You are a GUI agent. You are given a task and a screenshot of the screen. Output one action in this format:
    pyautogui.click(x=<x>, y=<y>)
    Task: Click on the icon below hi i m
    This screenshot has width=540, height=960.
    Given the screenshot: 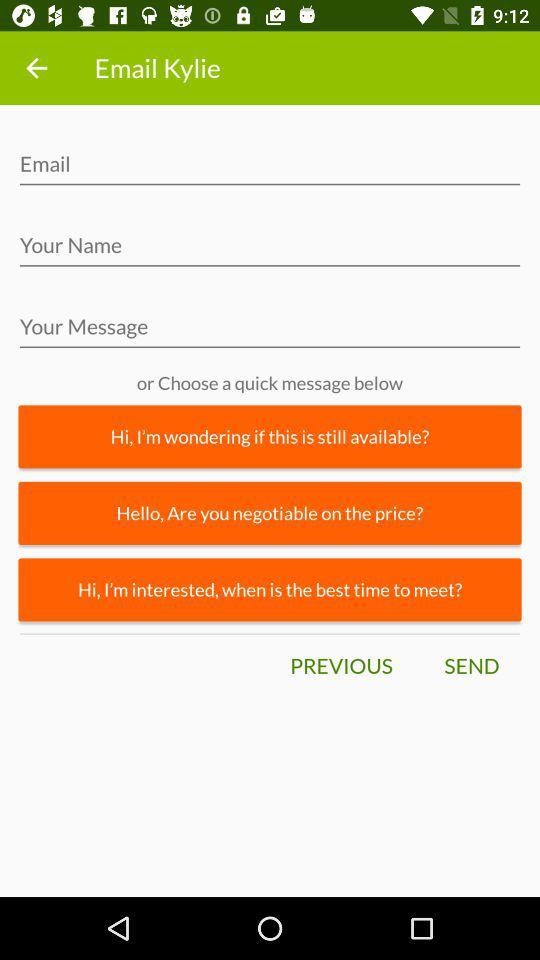 What is the action you would take?
    pyautogui.click(x=270, y=512)
    